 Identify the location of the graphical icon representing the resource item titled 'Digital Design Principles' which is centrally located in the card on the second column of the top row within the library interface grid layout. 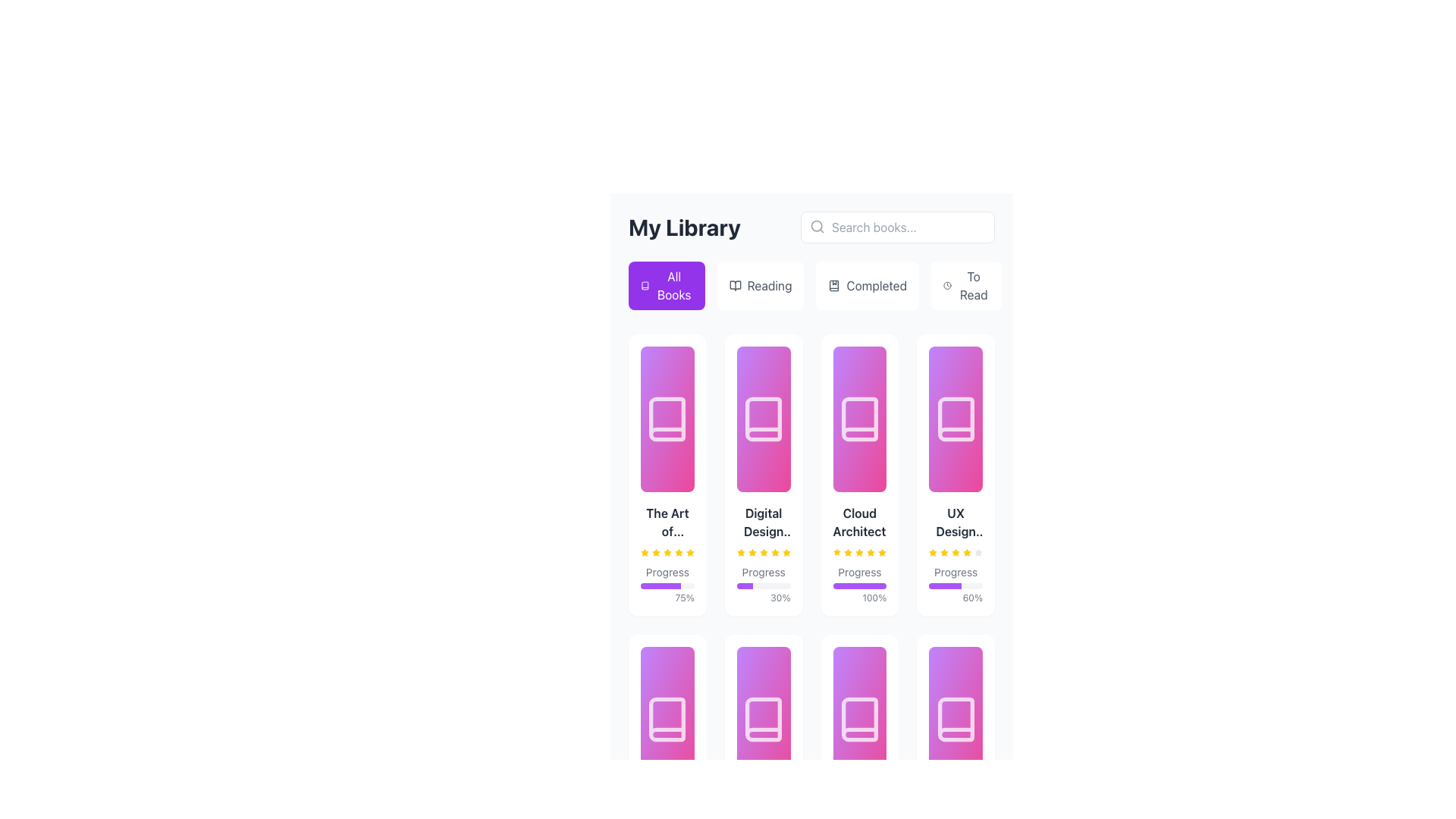
(764, 419).